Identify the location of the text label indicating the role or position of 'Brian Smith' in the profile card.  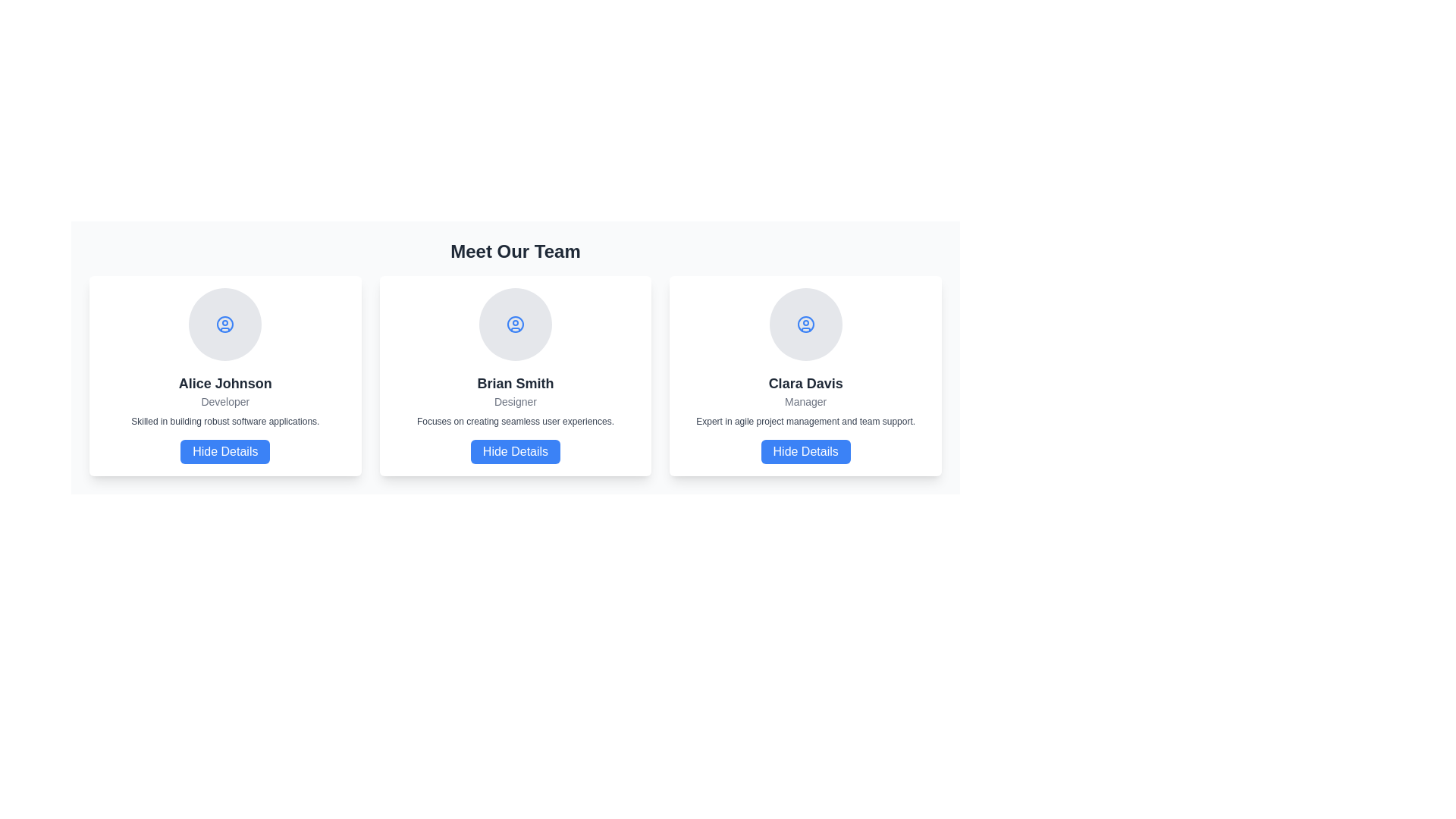
(516, 400).